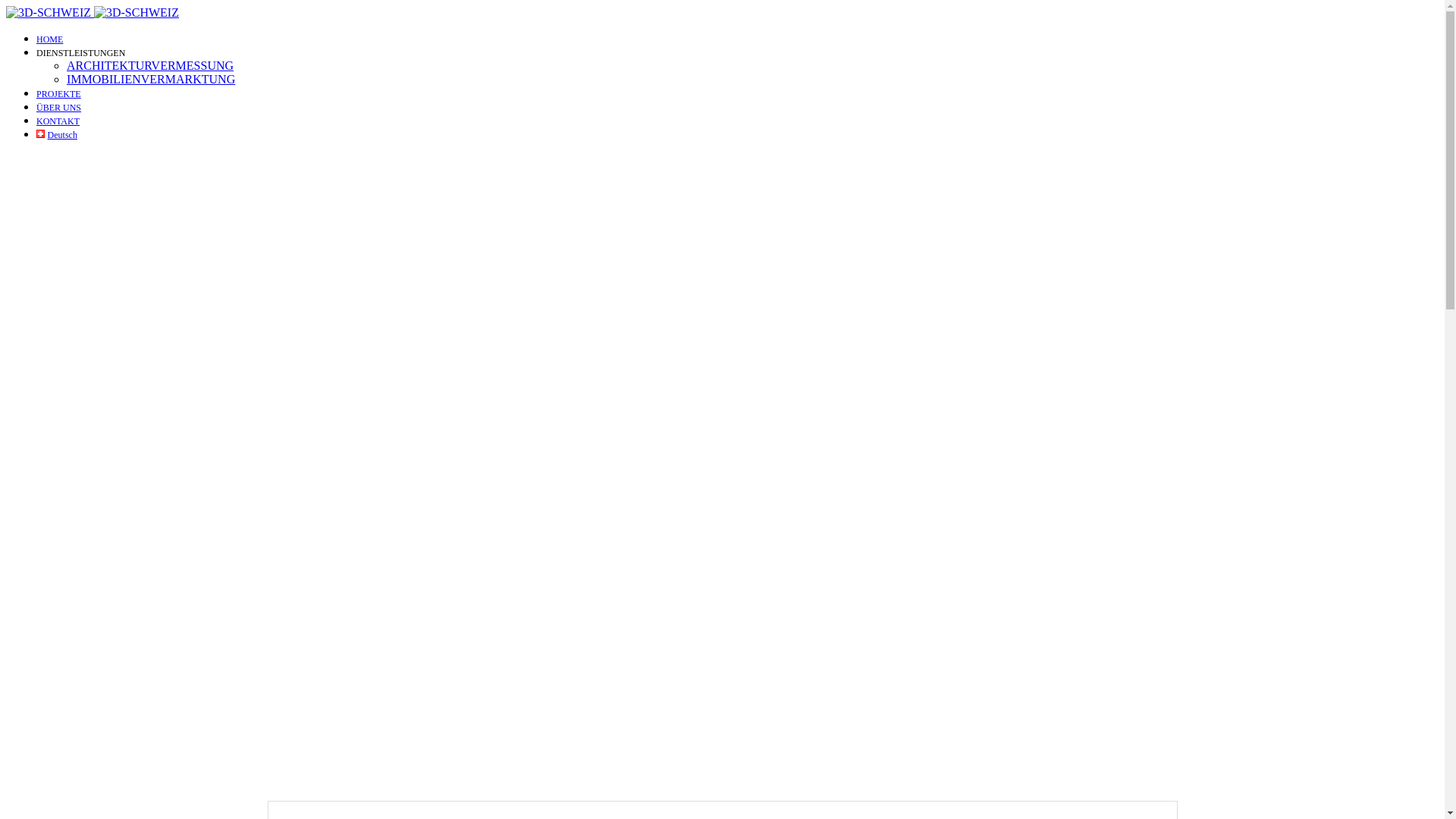  What do you see at coordinates (57, 133) in the screenshot?
I see `'Deutsch'` at bounding box center [57, 133].